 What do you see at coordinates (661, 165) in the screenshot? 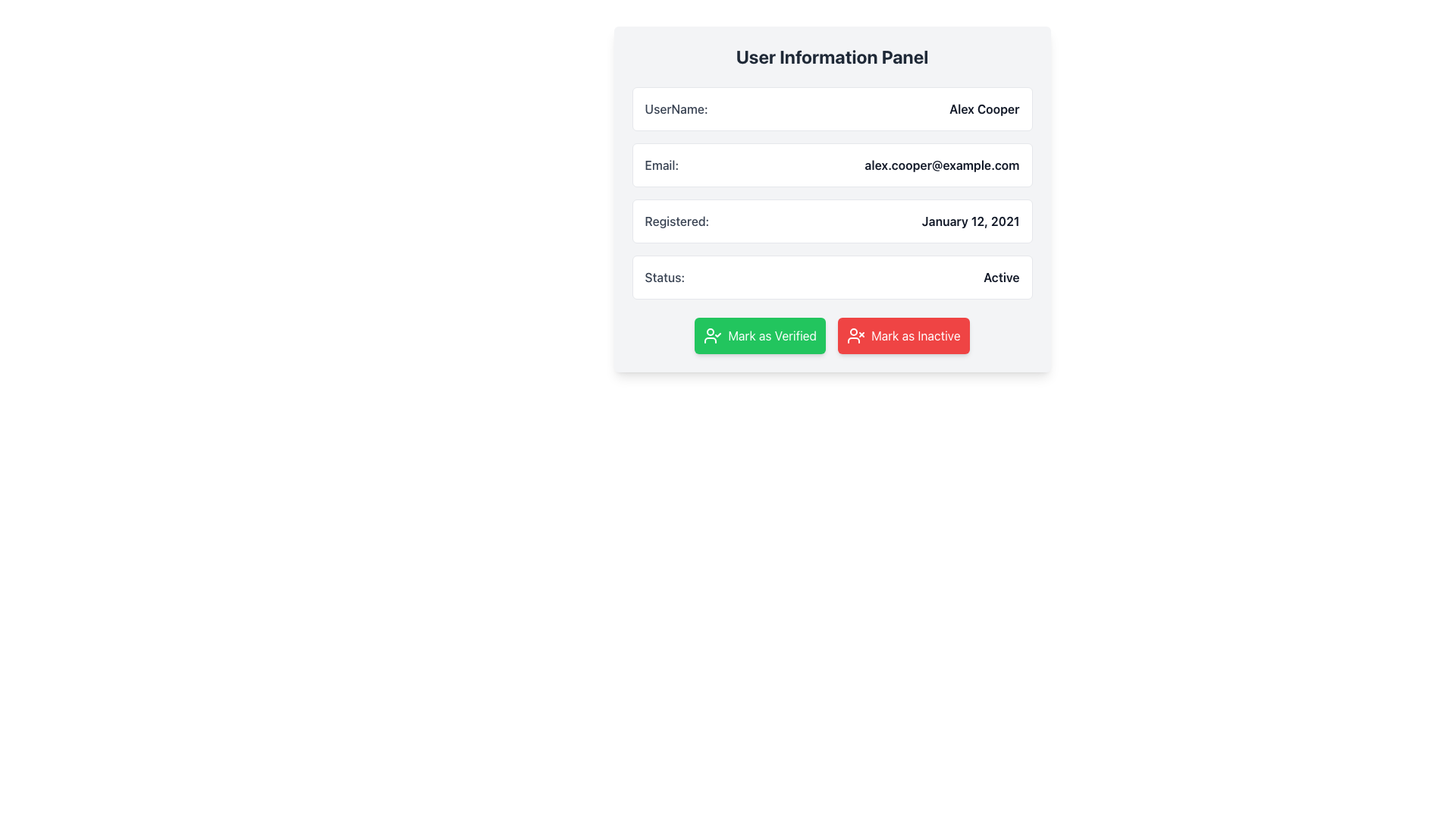
I see `the 'Email' label text element that precedes the email address 'alex.cooper@example.com' in the user information panel` at bounding box center [661, 165].